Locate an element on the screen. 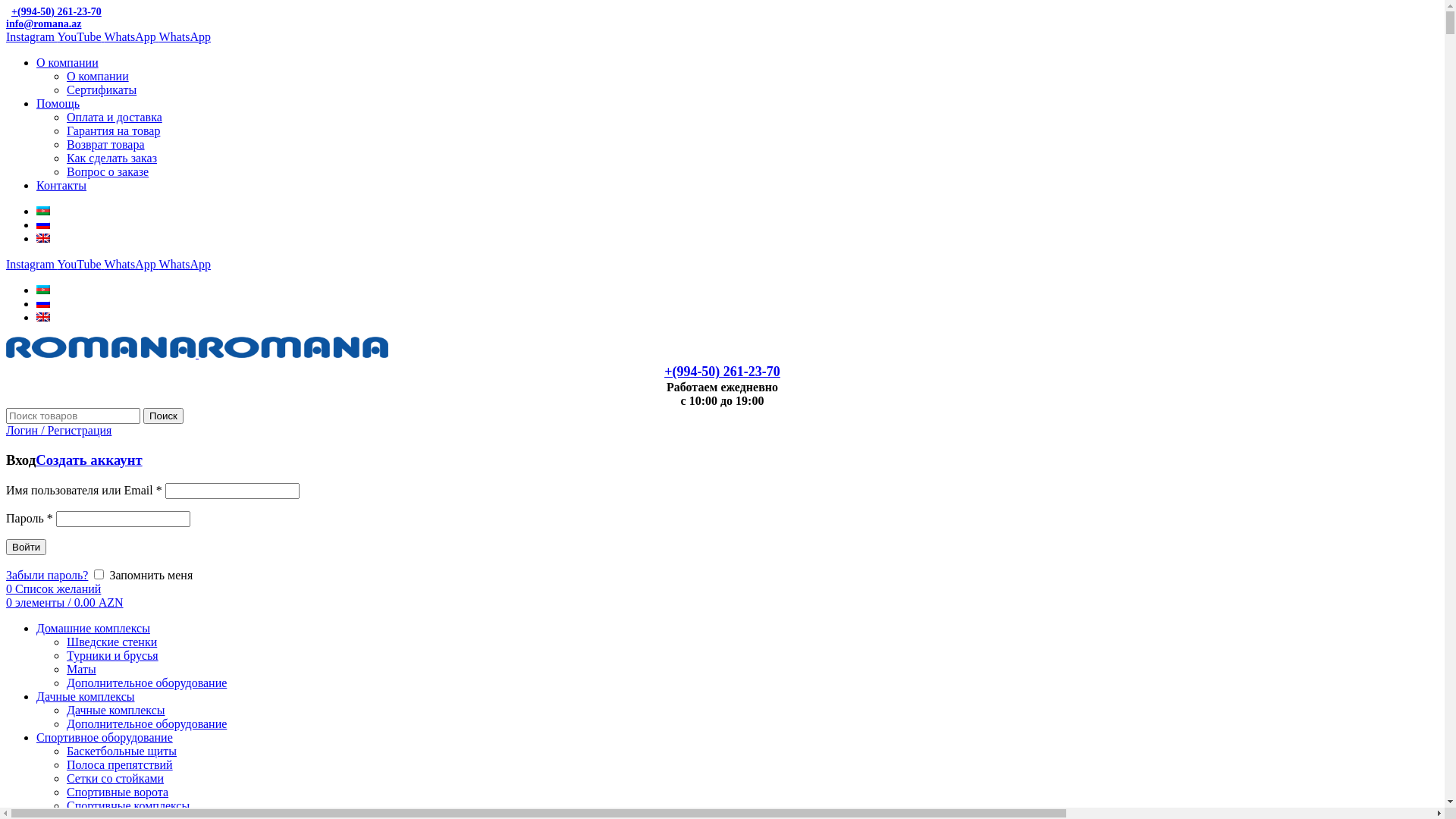 The image size is (1456, 819). '+(994-50) 261-23-70' is located at coordinates (54, 11).